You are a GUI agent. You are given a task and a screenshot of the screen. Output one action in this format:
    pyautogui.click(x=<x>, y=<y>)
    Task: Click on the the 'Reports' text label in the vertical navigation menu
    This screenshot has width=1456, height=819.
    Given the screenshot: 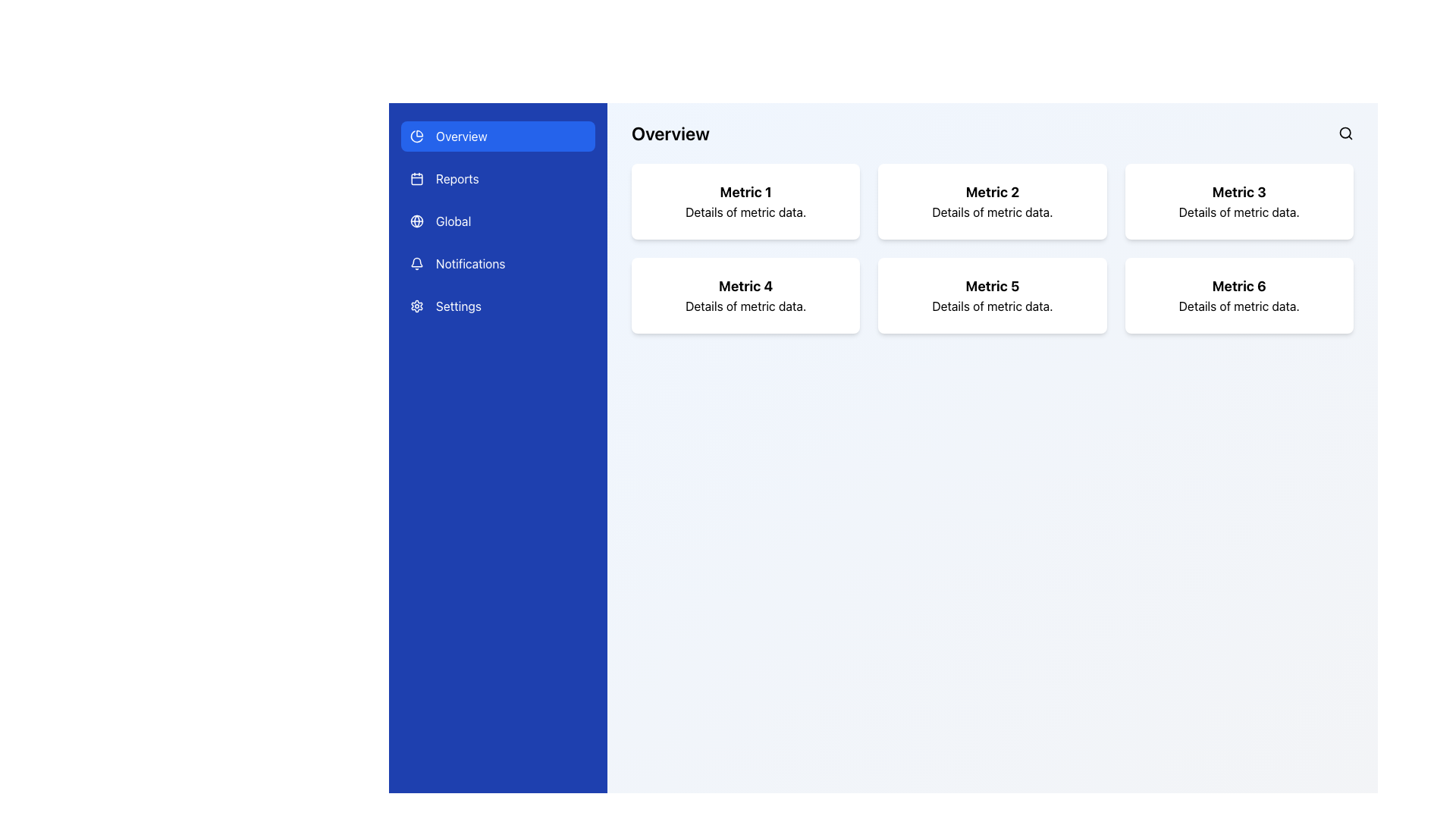 What is the action you would take?
    pyautogui.click(x=457, y=177)
    